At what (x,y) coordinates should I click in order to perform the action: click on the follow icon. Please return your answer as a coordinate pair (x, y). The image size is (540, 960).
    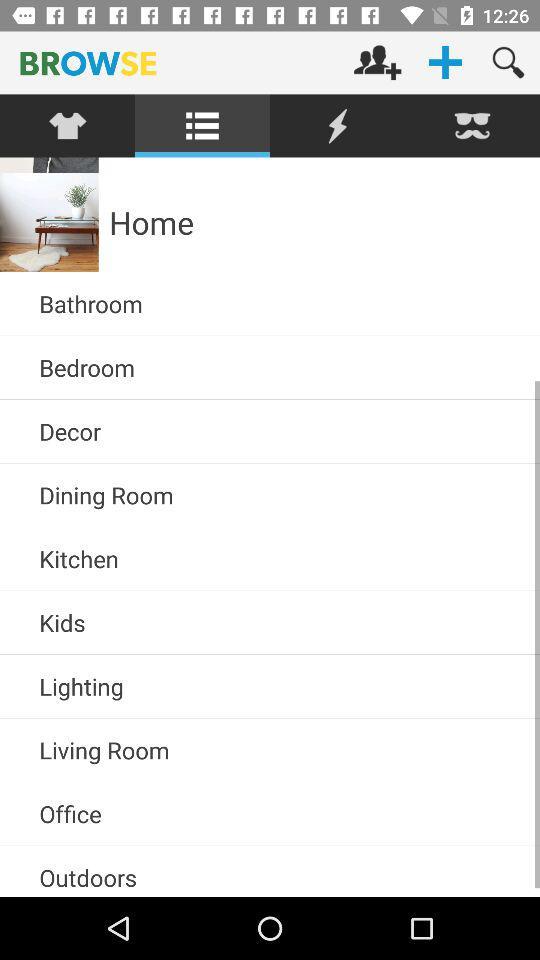
    Looking at the image, I should click on (377, 62).